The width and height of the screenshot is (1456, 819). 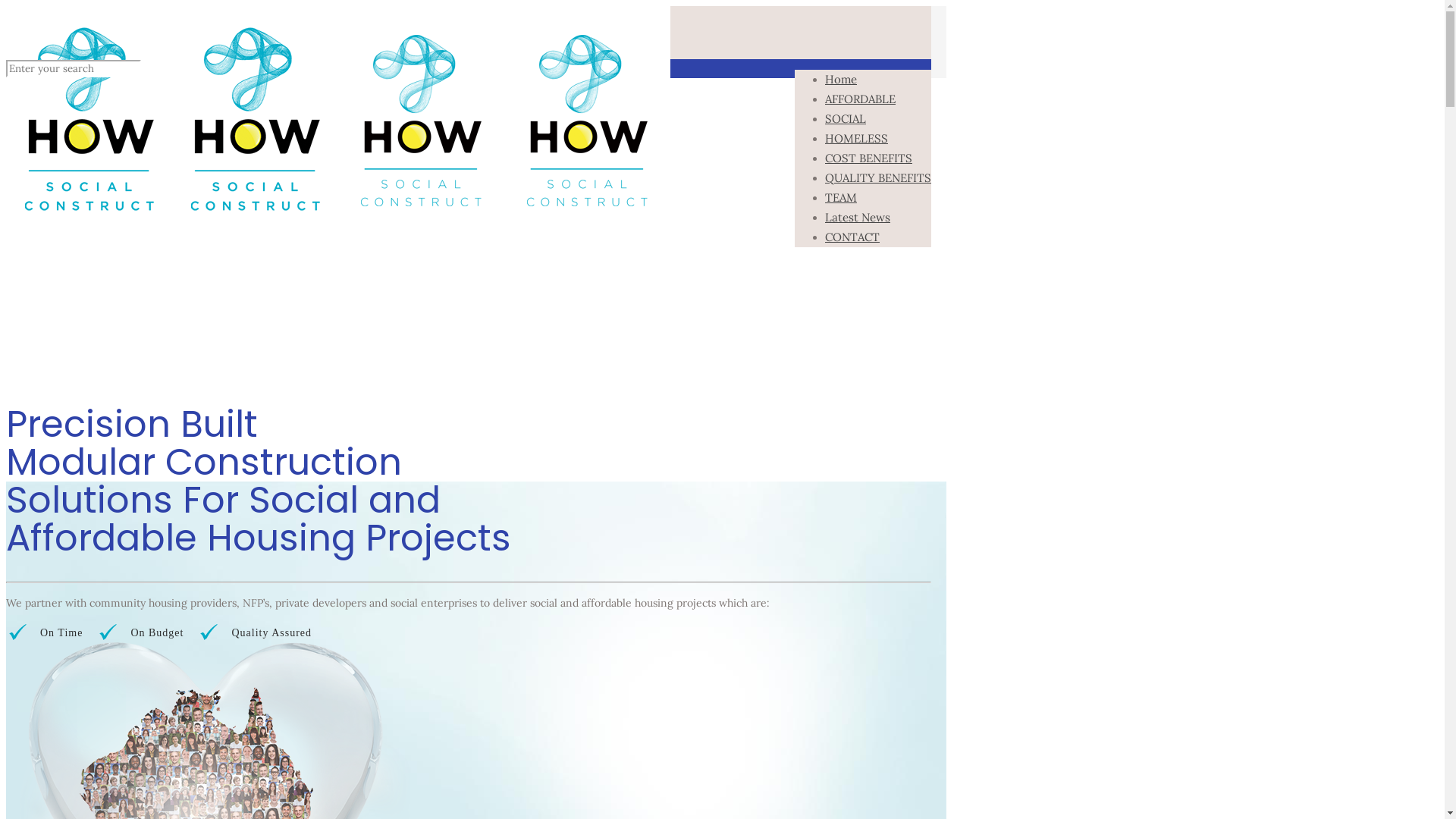 What do you see at coordinates (868, 158) in the screenshot?
I see `'COST BENEFITS'` at bounding box center [868, 158].